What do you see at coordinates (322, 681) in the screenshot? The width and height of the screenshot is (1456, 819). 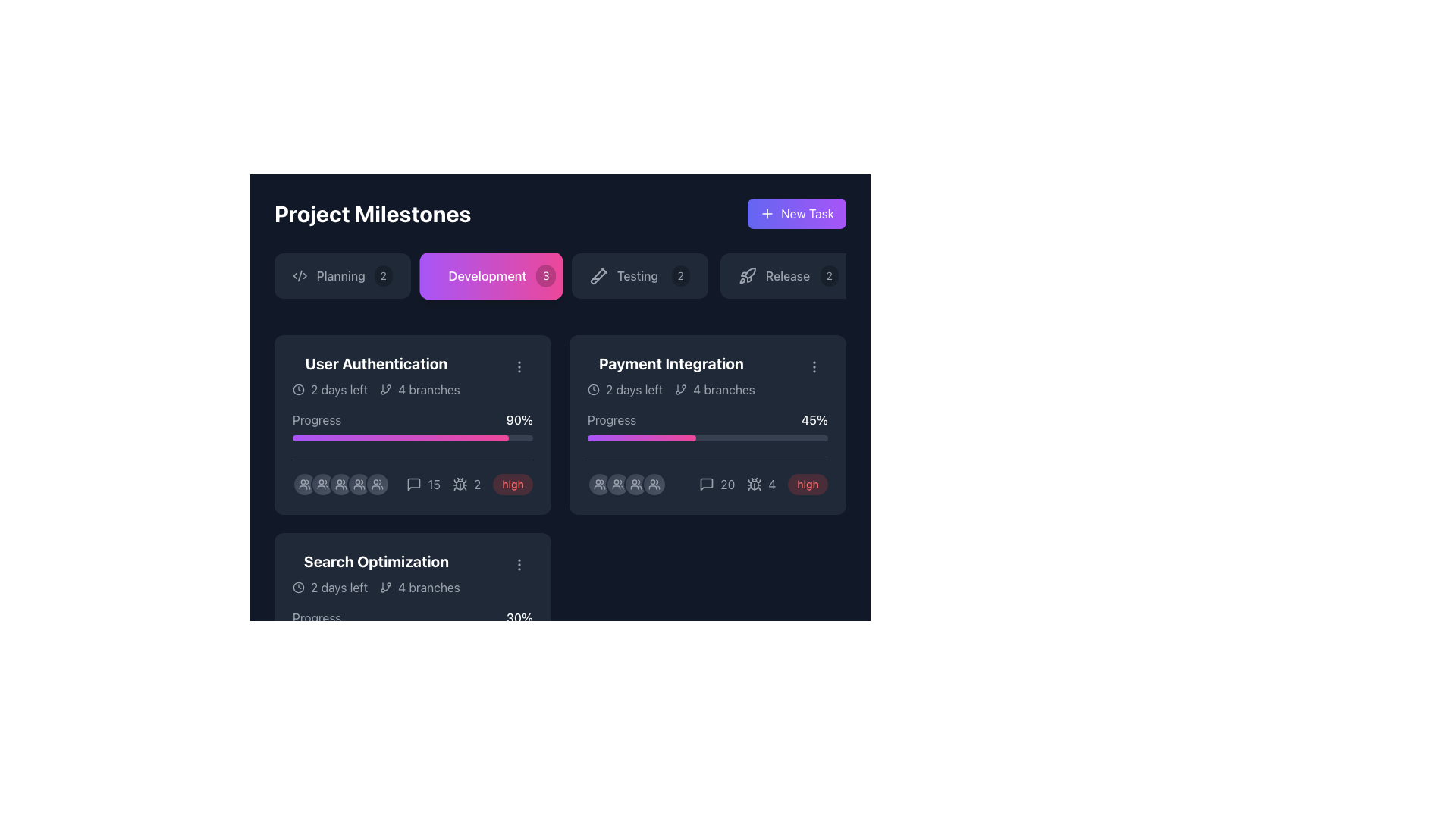 I see `the horizontal set of circular avatars representing users associated with a project` at bounding box center [322, 681].